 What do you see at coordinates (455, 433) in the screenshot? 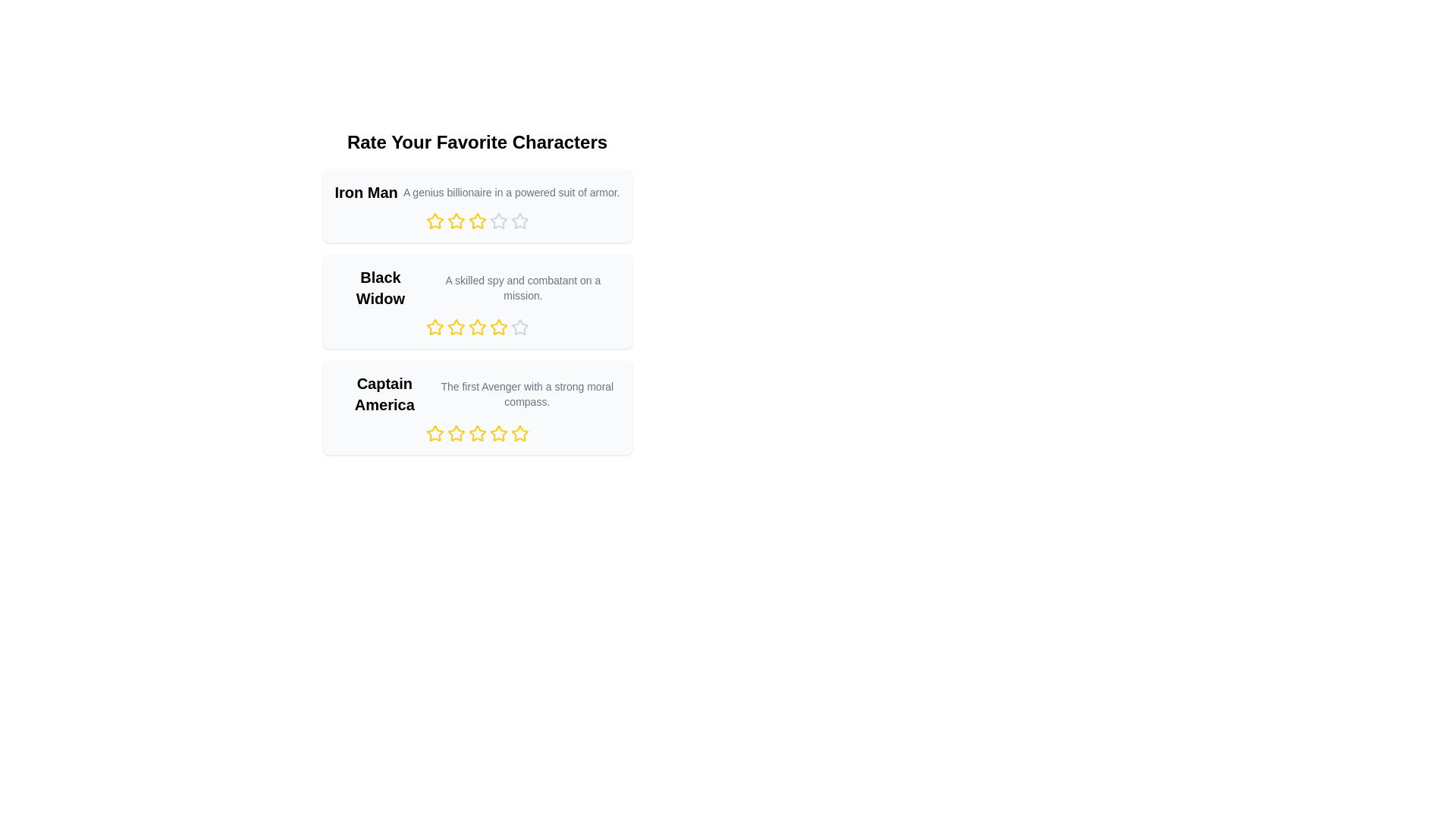
I see `the first star icon with a yellow outline and white fill in the rating section for 'Captain America' to set a one-star rating` at bounding box center [455, 433].